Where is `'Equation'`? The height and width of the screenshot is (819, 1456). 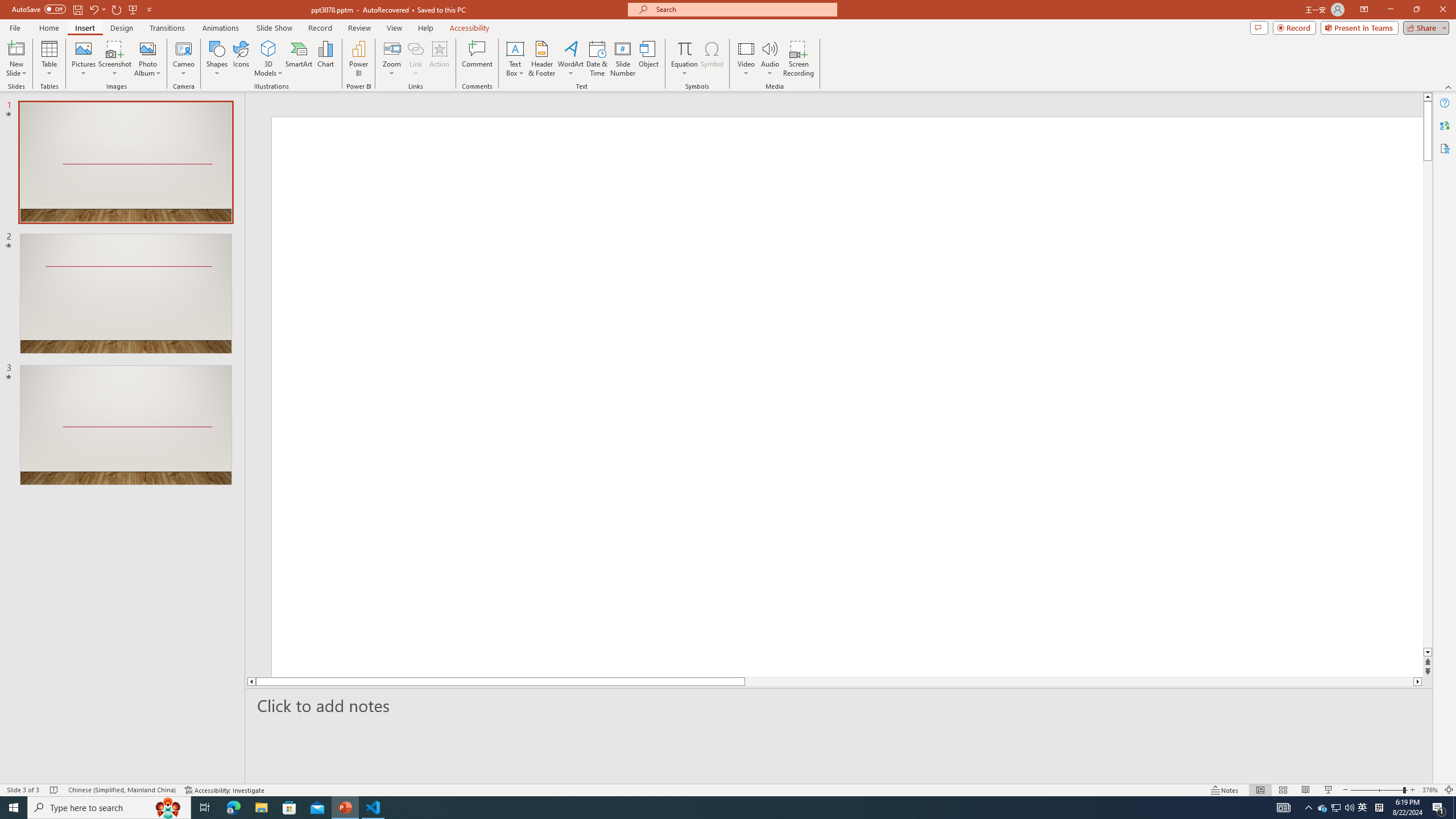
'Equation' is located at coordinates (684, 59).